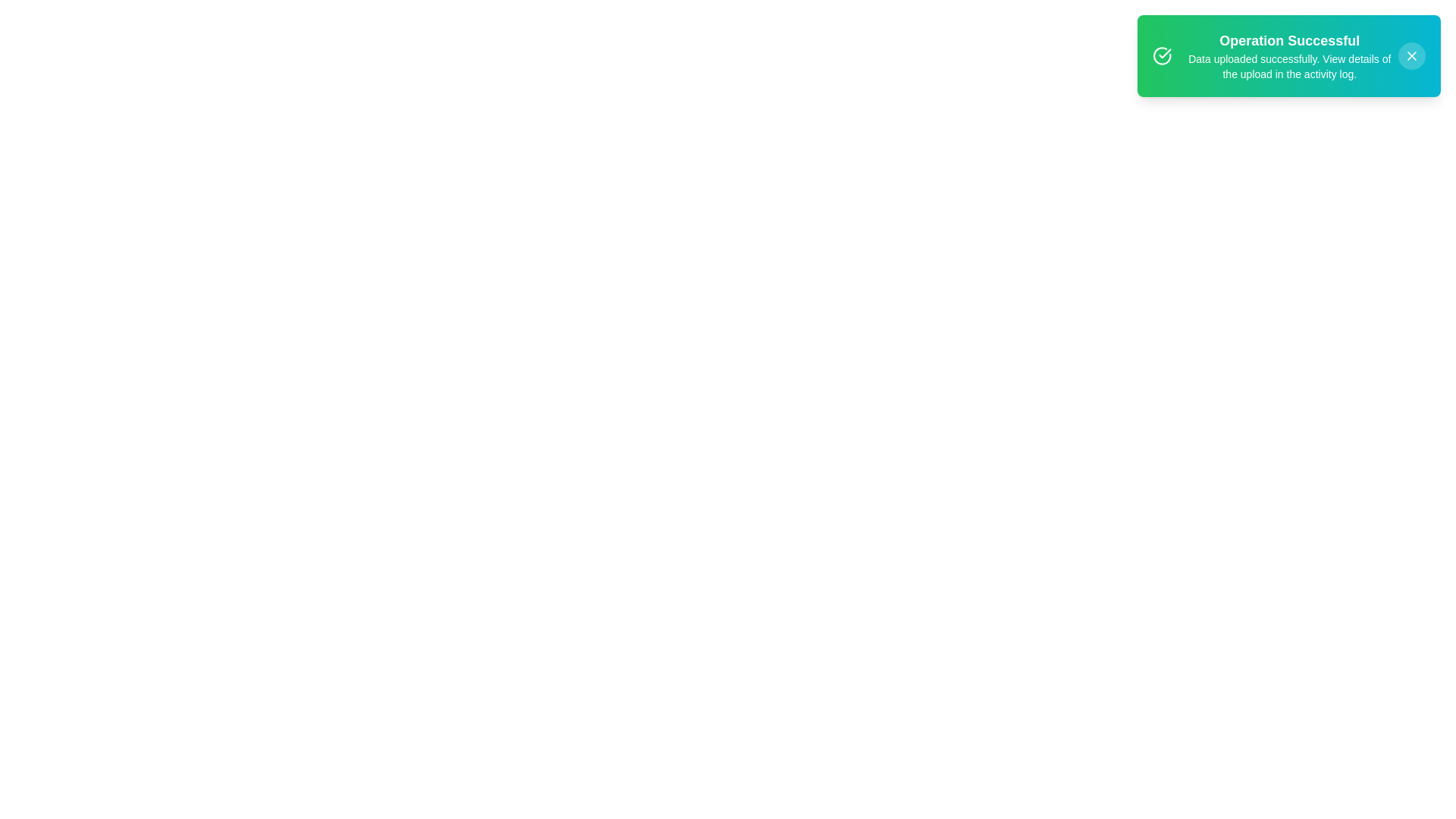  Describe the element at coordinates (1411, 55) in the screenshot. I see `the small circular close button ('X') in the top-right corner of the notification box` at that location.